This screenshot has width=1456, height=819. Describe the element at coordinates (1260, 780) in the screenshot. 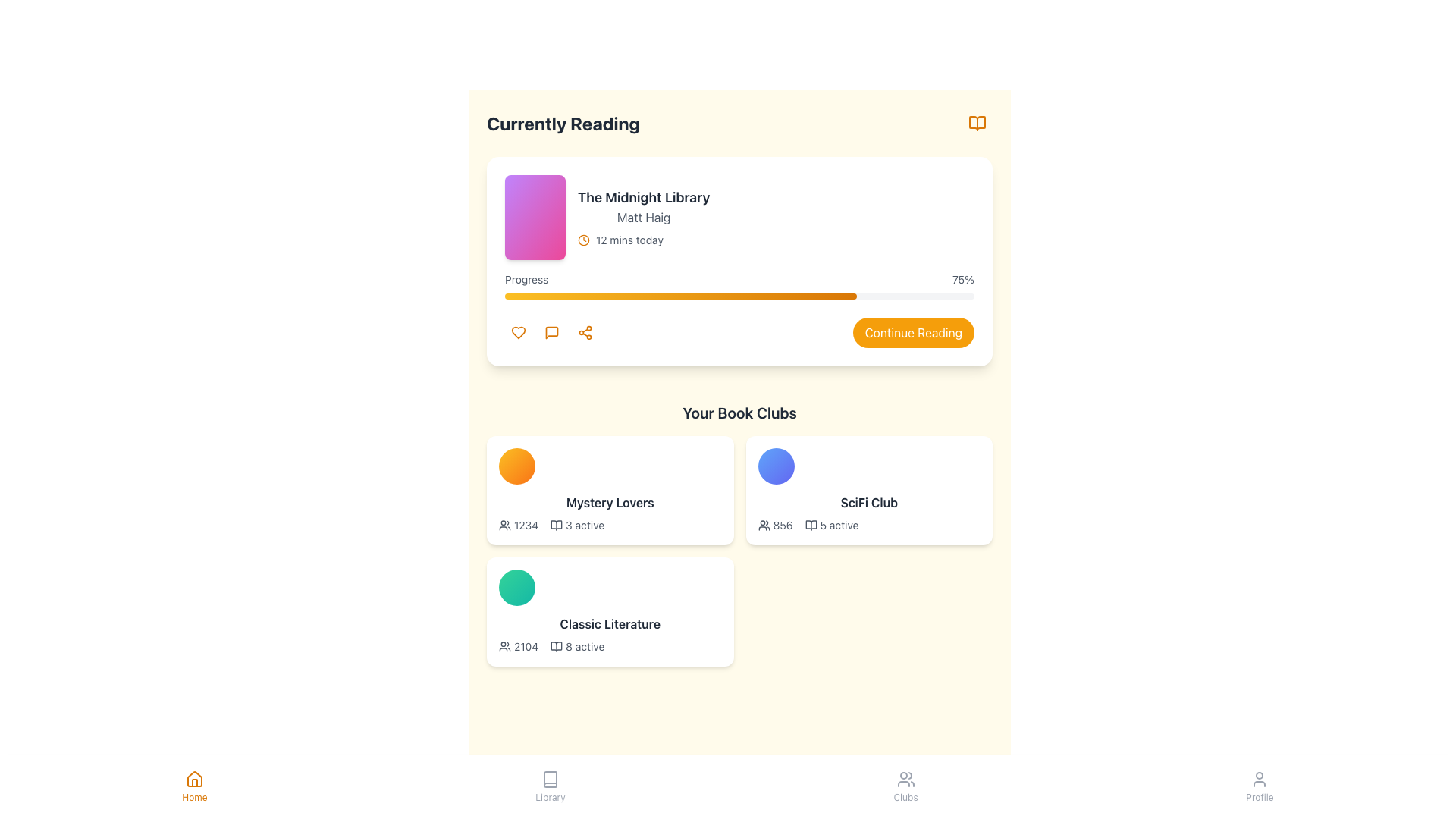

I see `the user profile icon at the far-right end of the bottom navigation bar` at that location.